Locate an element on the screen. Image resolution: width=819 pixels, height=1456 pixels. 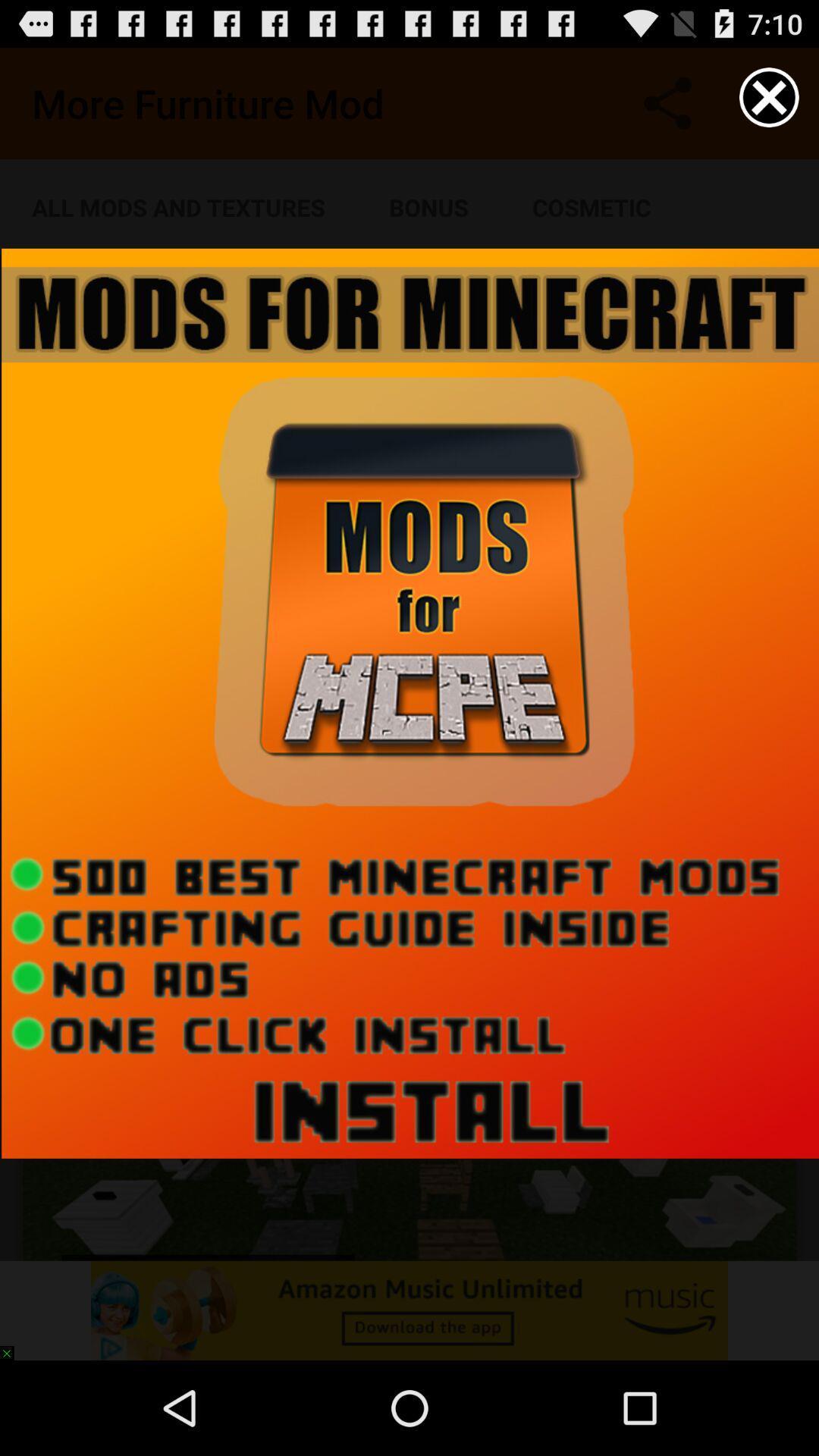
the icon at the bottom left corner is located at coordinates (14, 1346).